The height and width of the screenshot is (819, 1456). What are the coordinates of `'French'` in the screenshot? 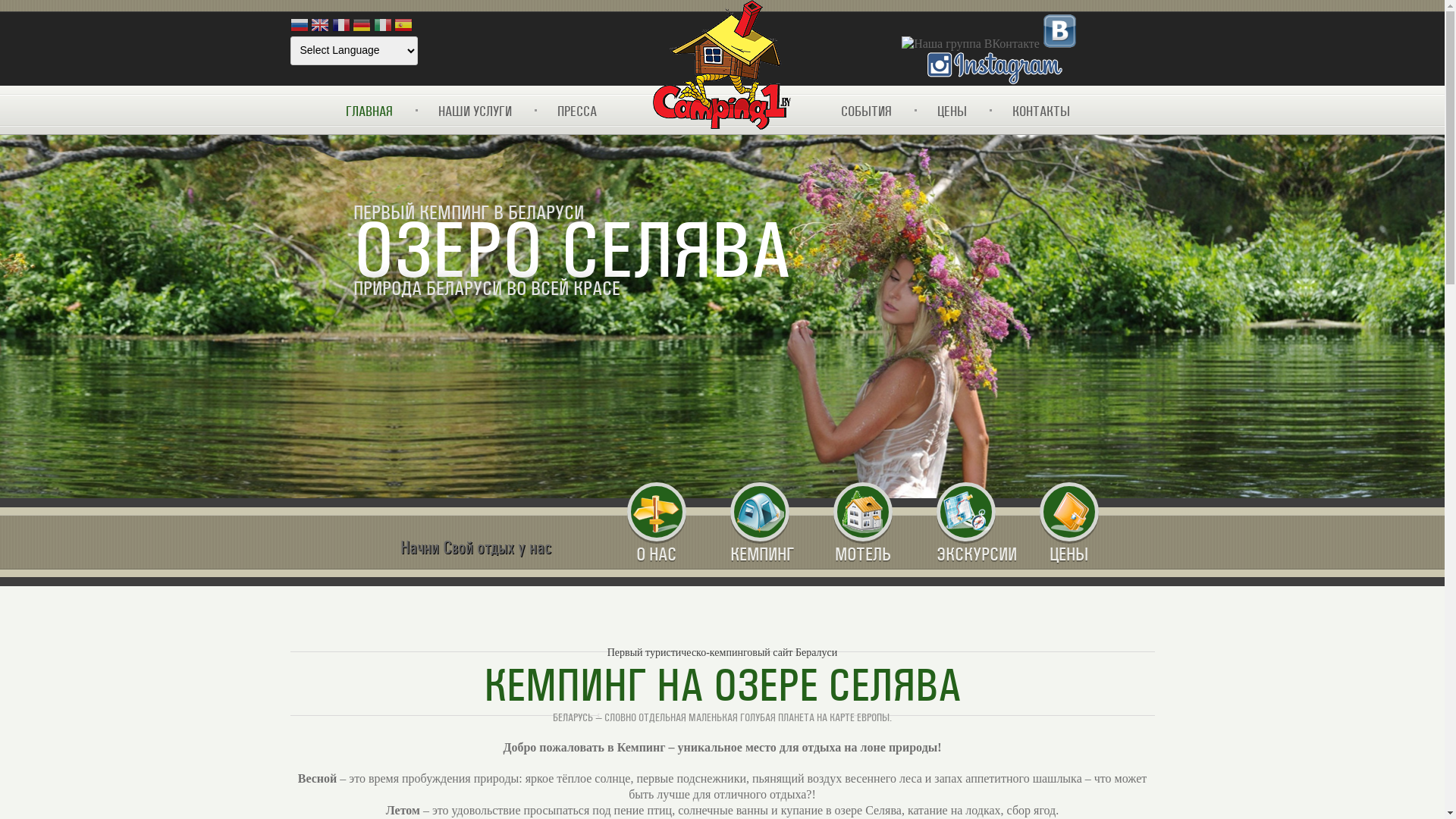 It's located at (340, 26).